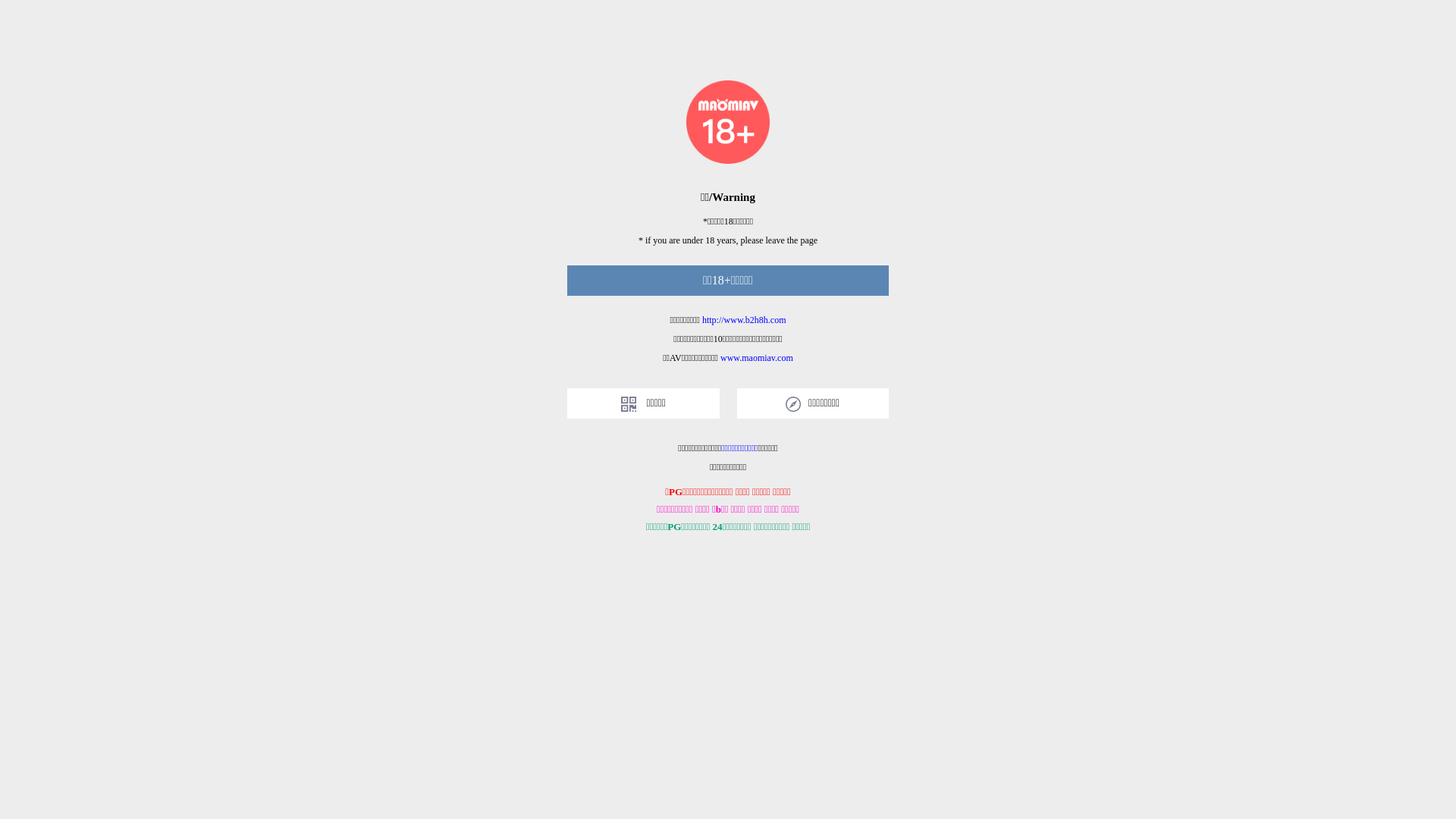 This screenshot has width=1456, height=819. I want to click on 'www.maomiav.com', so click(720, 357).